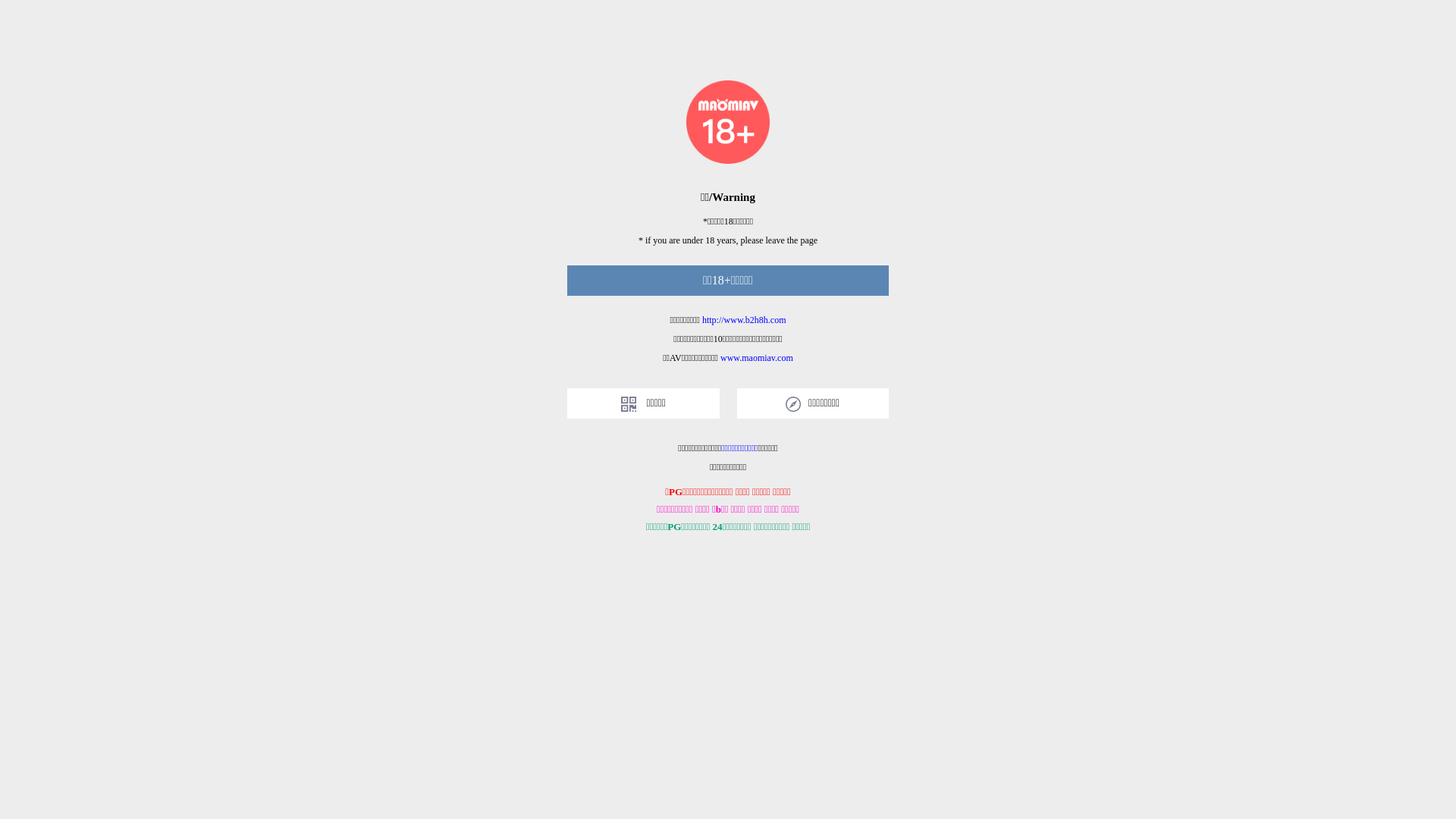 This screenshot has width=1456, height=819. I want to click on 'www.maomiav.com', so click(720, 357).